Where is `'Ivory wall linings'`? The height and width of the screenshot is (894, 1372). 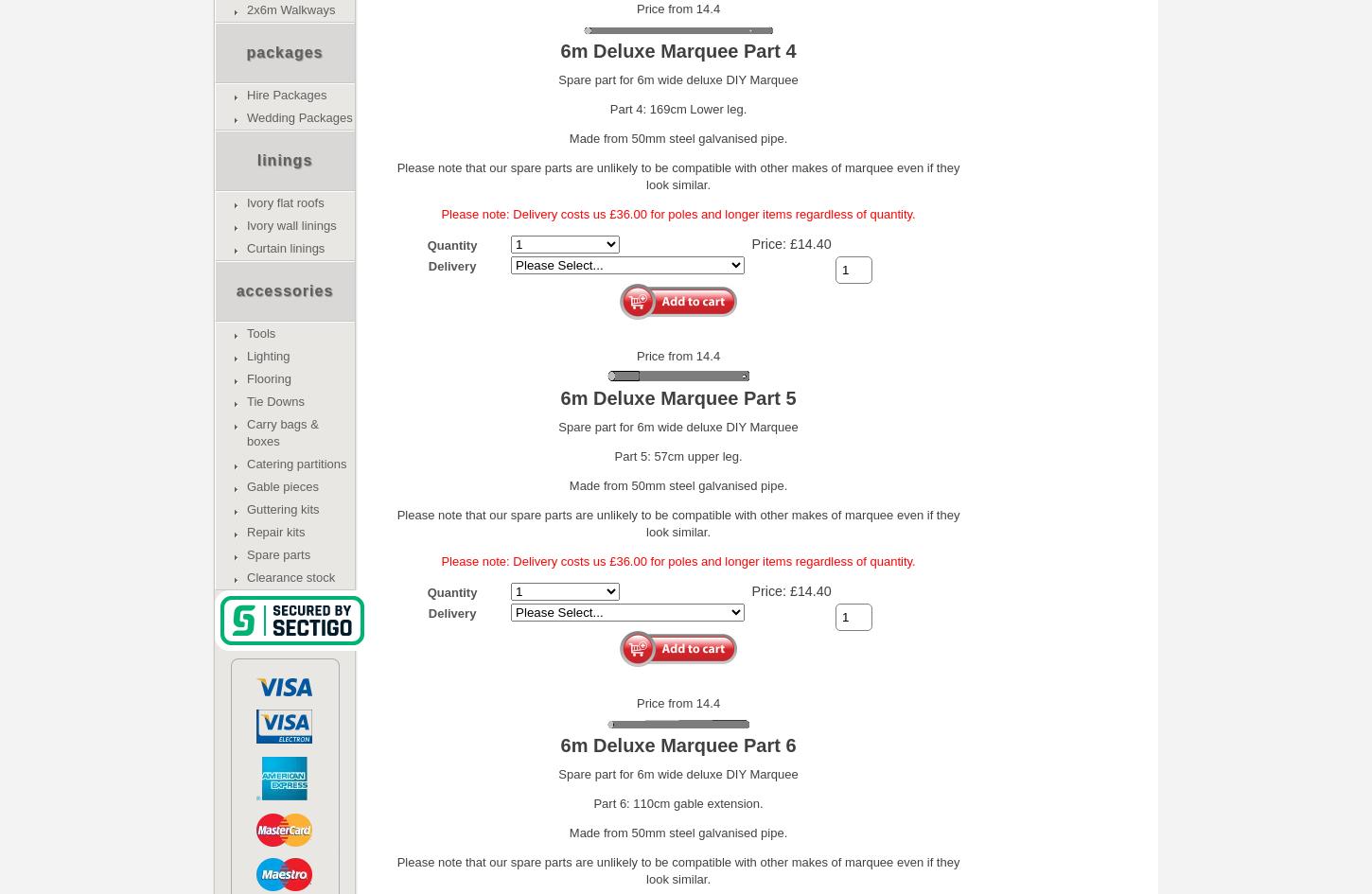 'Ivory wall linings' is located at coordinates (290, 224).